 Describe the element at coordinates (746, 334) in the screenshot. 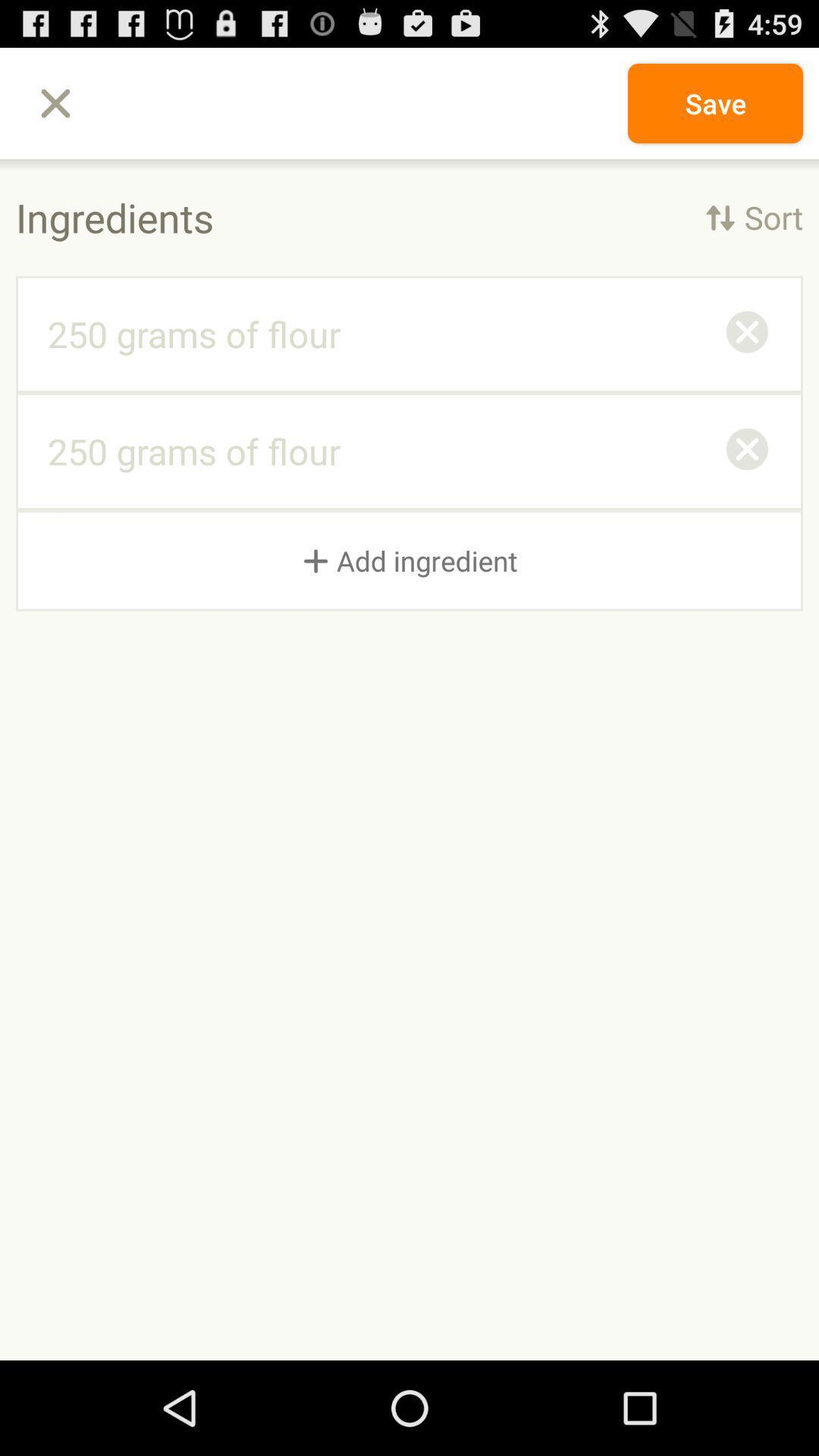

I see `the item below ingredients item` at that location.